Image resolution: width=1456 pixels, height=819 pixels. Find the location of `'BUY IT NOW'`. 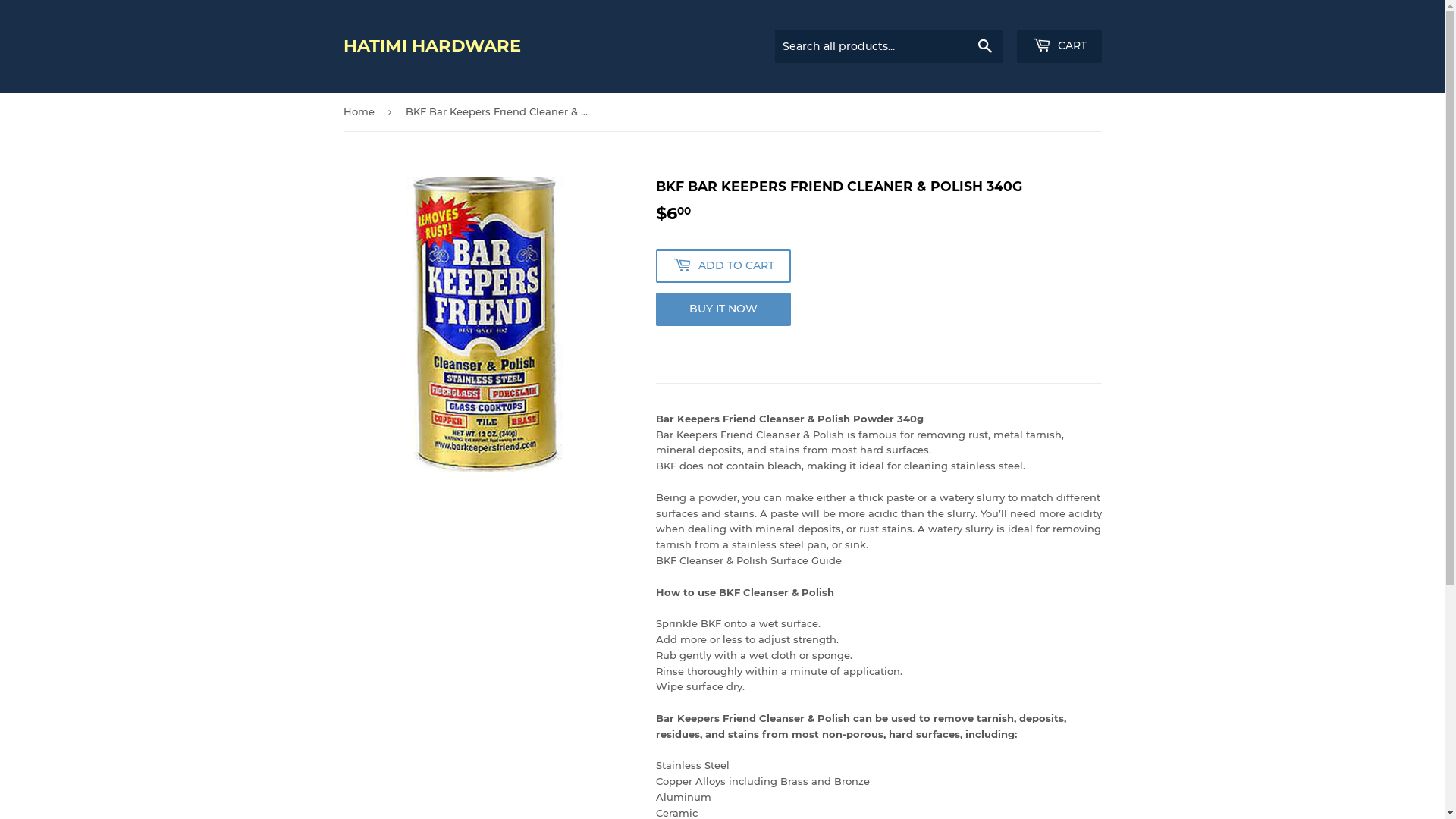

'BUY IT NOW' is located at coordinates (722, 309).